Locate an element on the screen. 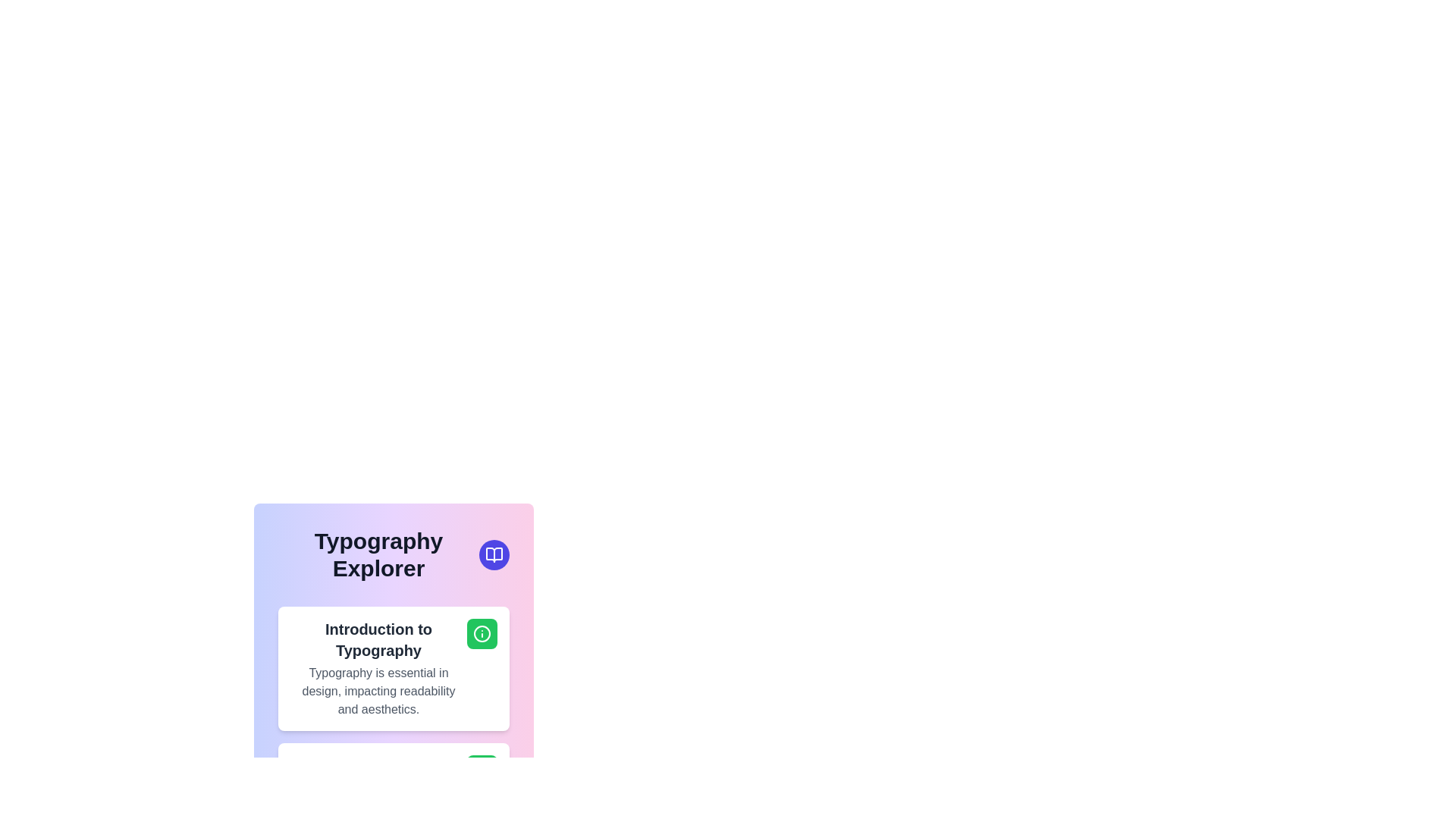 Image resolution: width=1456 pixels, height=819 pixels. the iconic button located in the bottom right corner of the 'Introduction to Typography' card is located at coordinates (481, 634).